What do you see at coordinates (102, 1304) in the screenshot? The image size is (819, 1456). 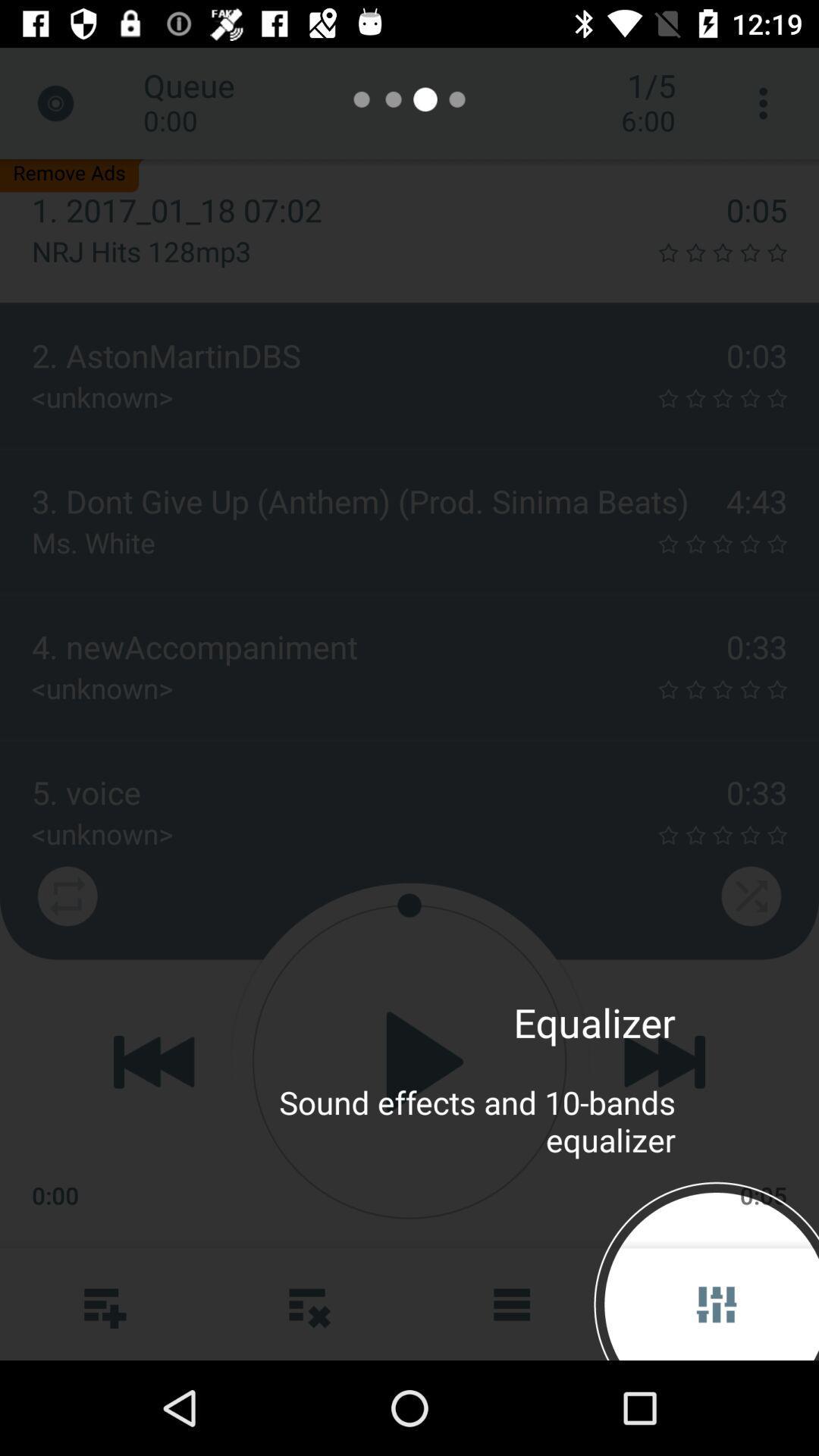 I see `the more icon` at bounding box center [102, 1304].